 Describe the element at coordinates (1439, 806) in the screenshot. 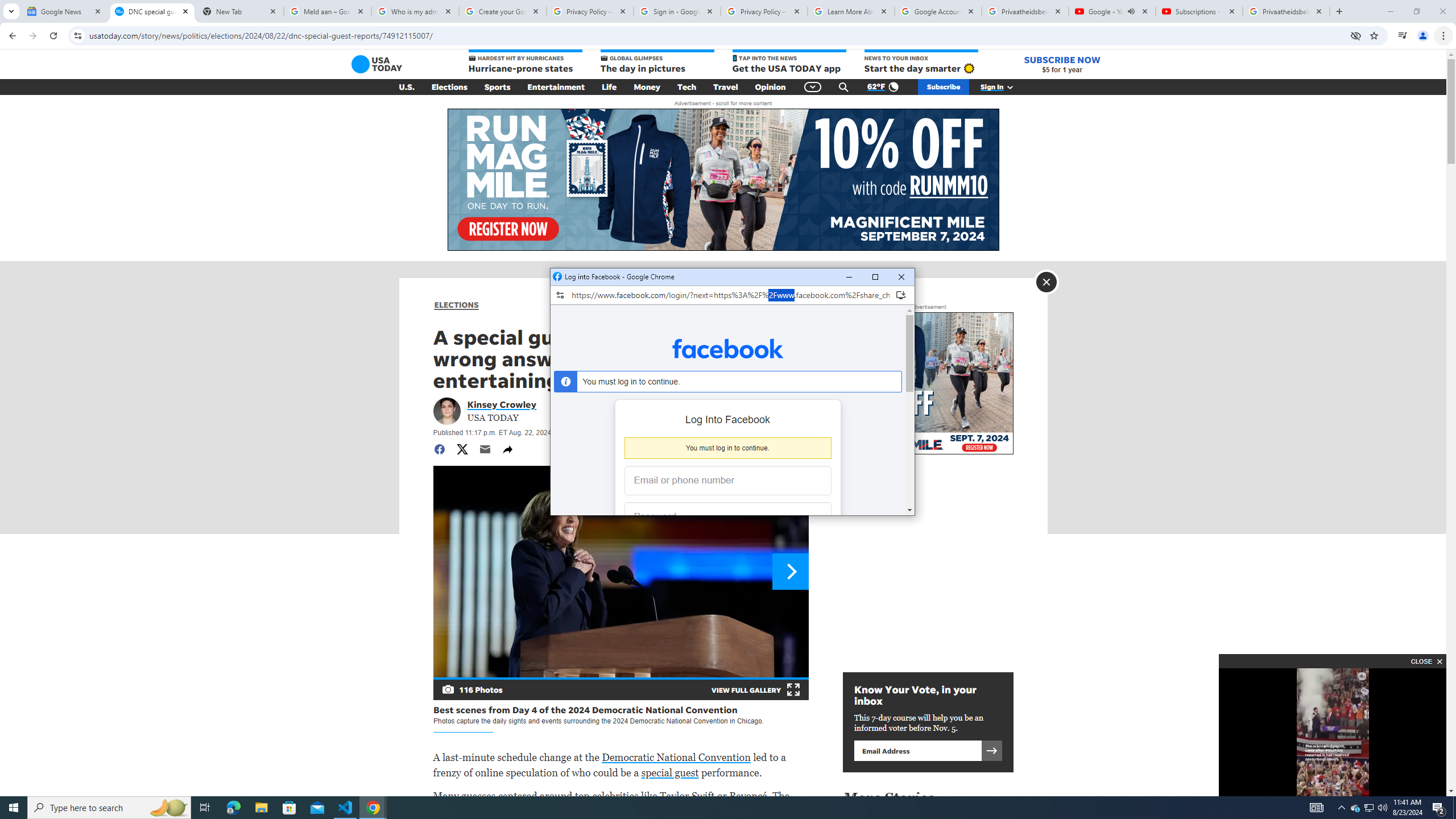

I see `'Action Center, 2 new notifications'` at that location.